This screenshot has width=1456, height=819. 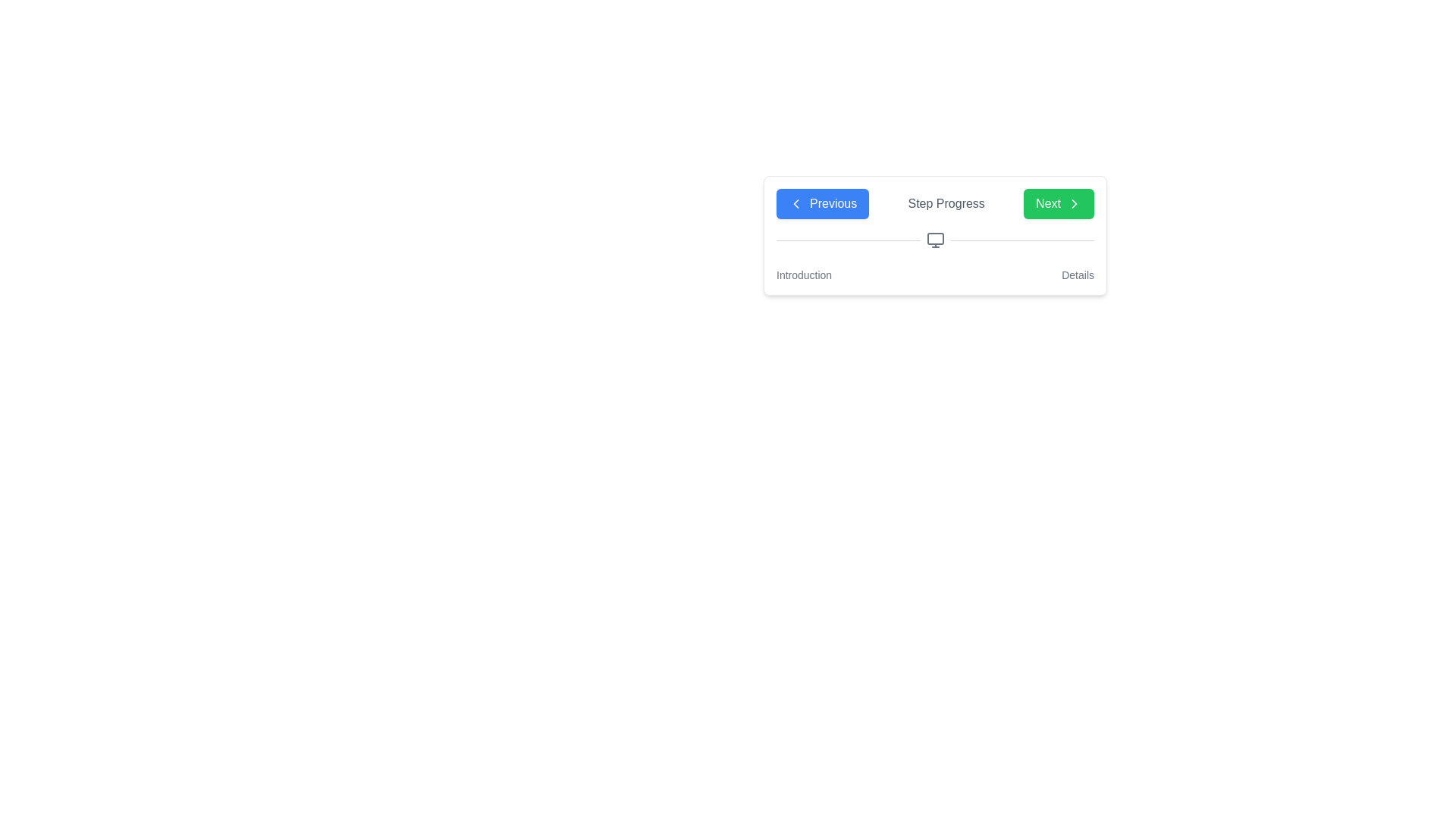 What do you see at coordinates (833, 203) in the screenshot?
I see `the text label displaying 'Previous', which is styled with a white font within a blue rectangular button on the left side of the navigation component` at bounding box center [833, 203].